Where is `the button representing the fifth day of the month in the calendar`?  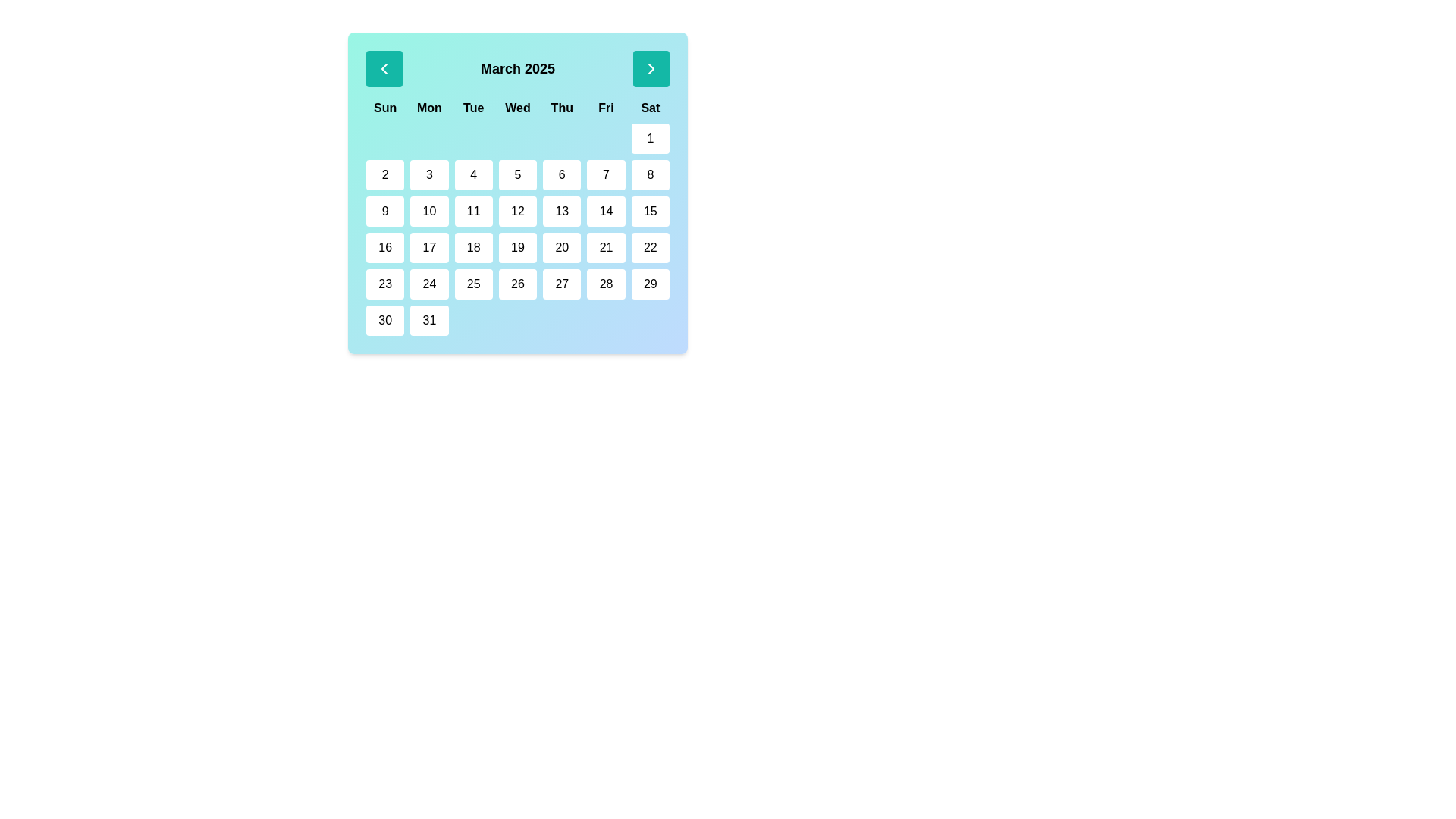 the button representing the fifth day of the month in the calendar is located at coordinates (517, 174).